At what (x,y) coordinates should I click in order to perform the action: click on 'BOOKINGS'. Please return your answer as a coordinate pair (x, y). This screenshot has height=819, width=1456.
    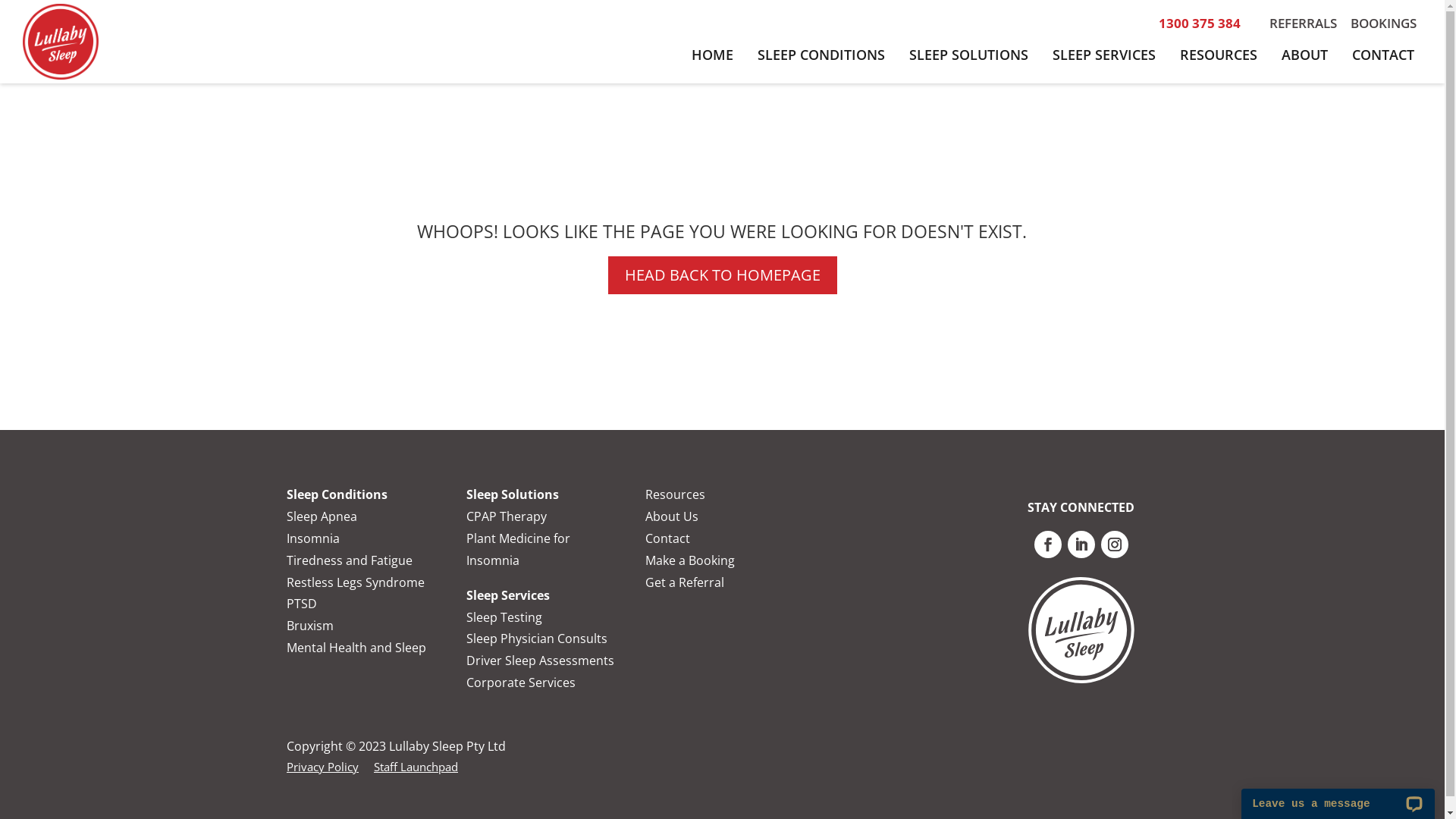
    Looking at the image, I should click on (1383, 23).